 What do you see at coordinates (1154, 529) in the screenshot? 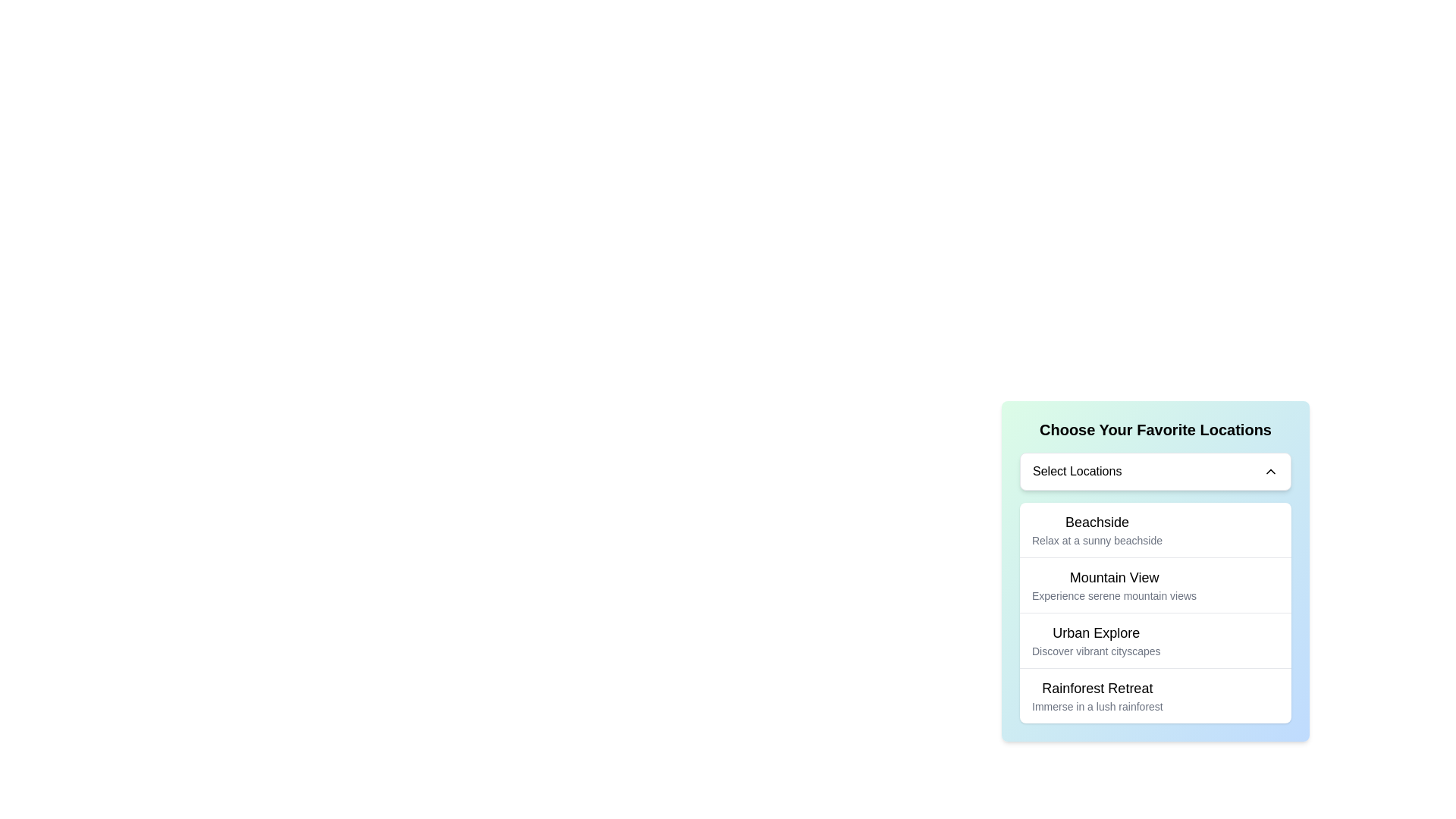
I see `the first List Item titled 'Beachside' that displays a subtitle 'Relax at a sunny beachside', located below the 'Select Locations' dropdown menu` at bounding box center [1154, 529].